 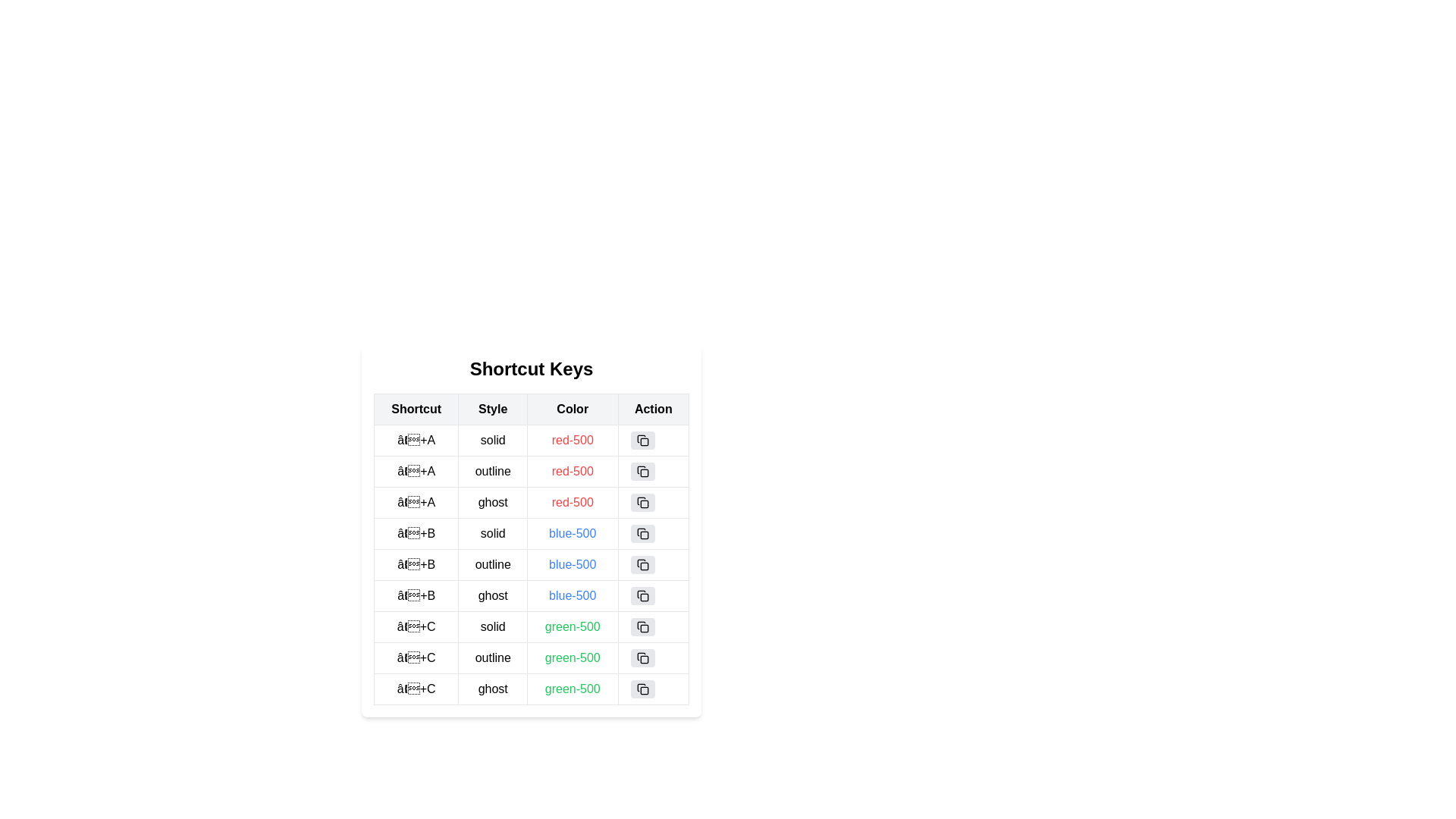 What do you see at coordinates (572, 564) in the screenshot?
I see `the text label displaying 'blue-500' in the Color column of the table, associated with the shortcut '⌘+B' and style 'outline'` at bounding box center [572, 564].